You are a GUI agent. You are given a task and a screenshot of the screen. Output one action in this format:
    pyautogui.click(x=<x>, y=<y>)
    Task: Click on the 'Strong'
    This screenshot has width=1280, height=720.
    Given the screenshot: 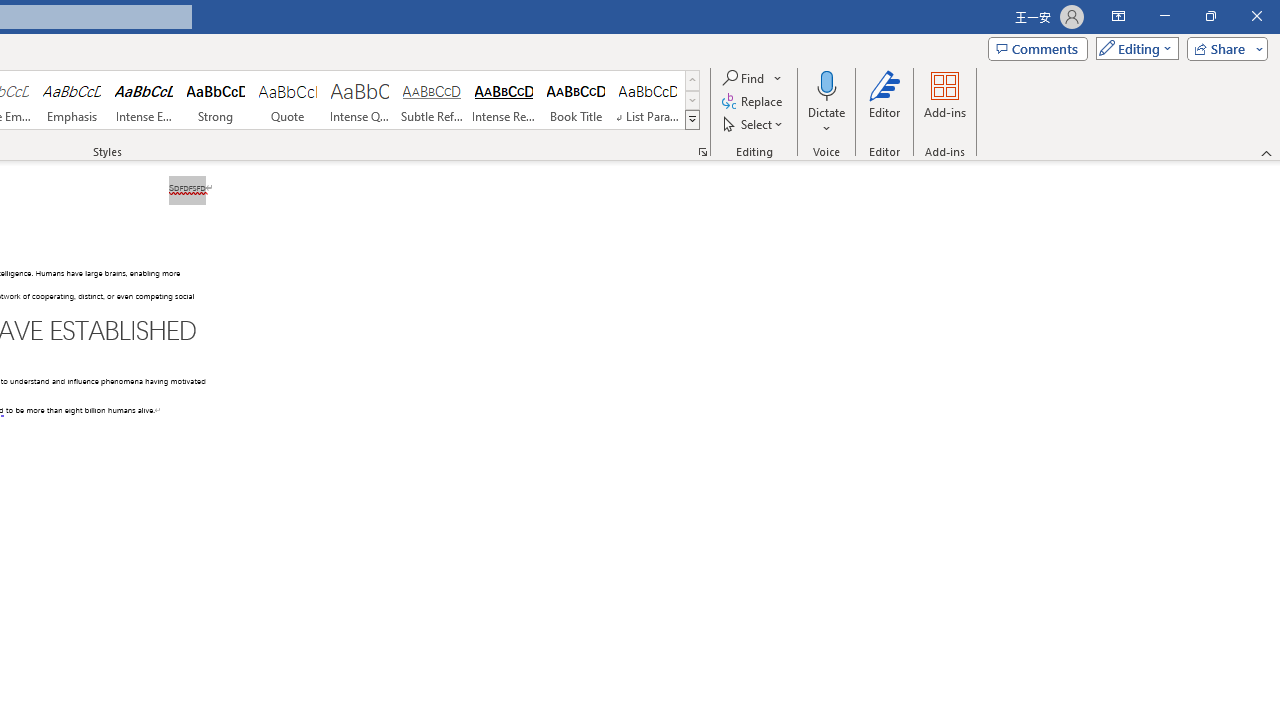 What is the action you would take?
    pyautogui.click(x=216, y=100)
    